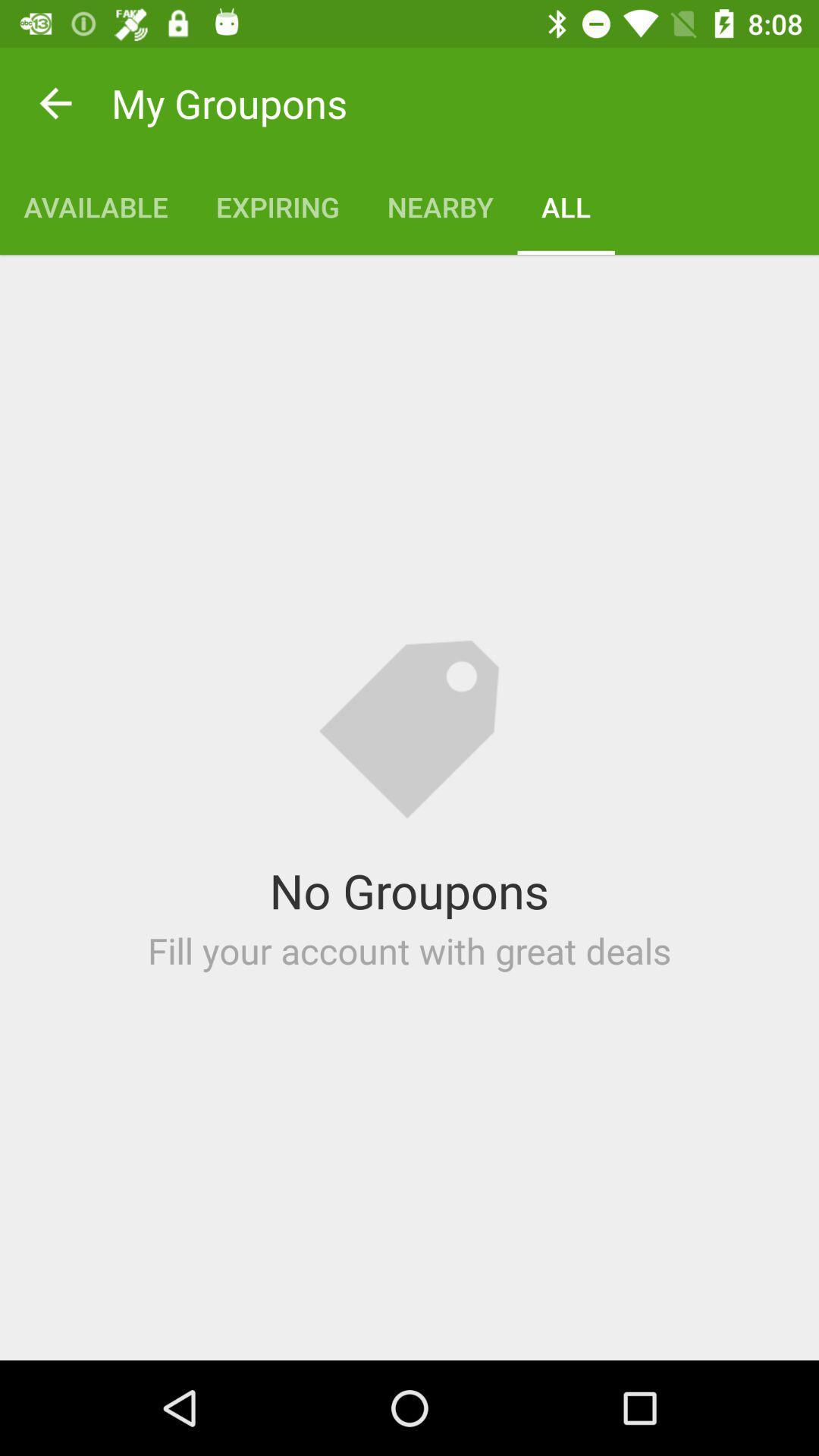 This screenshot has width=819, height=1456. Describe the element at coordinates (566, 206) in the screenshot. I see `all app` at that location.